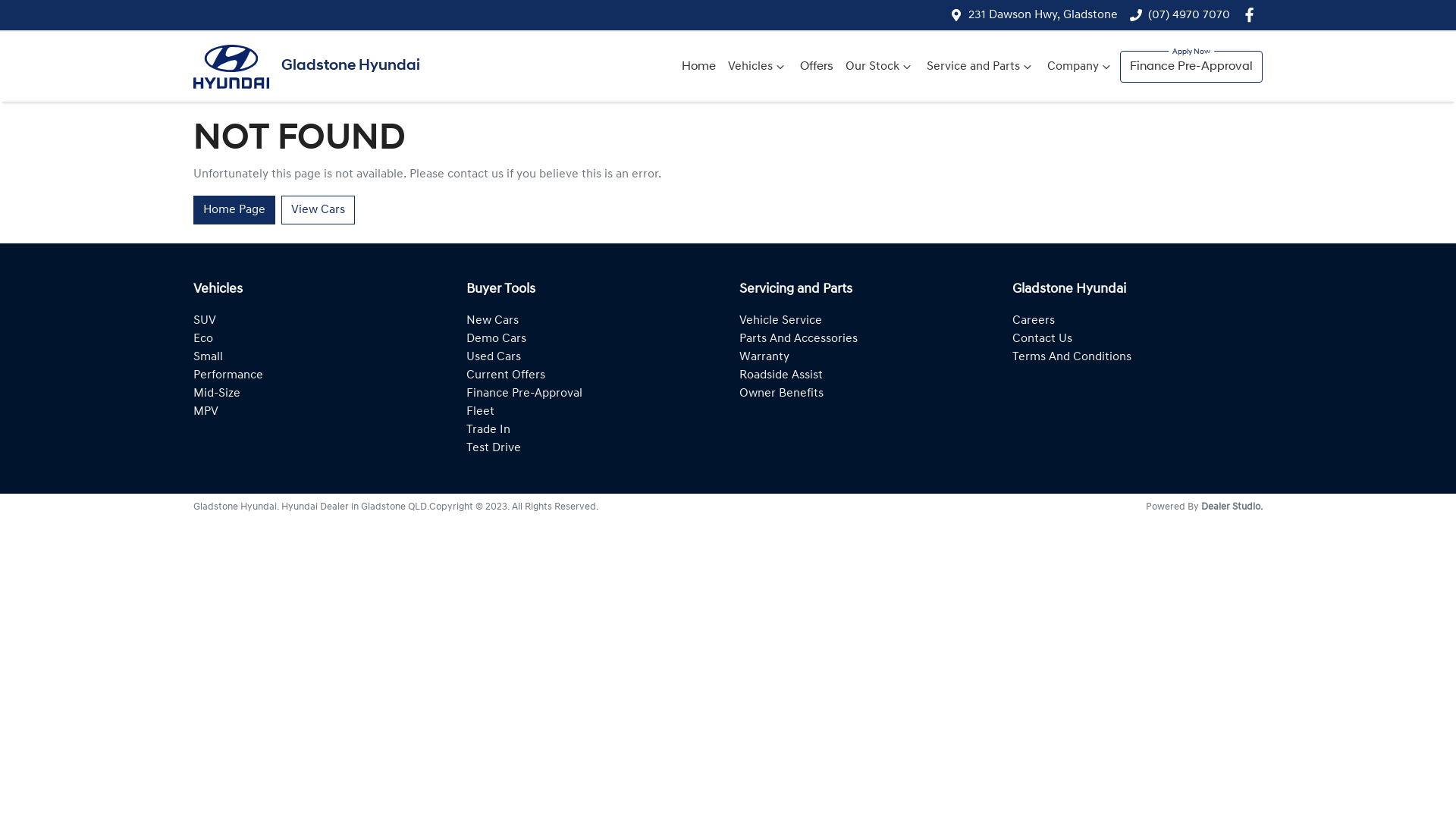 This screenshot has height=819, width=1456. I want to click on 'Current Offers', so click(465, 375).